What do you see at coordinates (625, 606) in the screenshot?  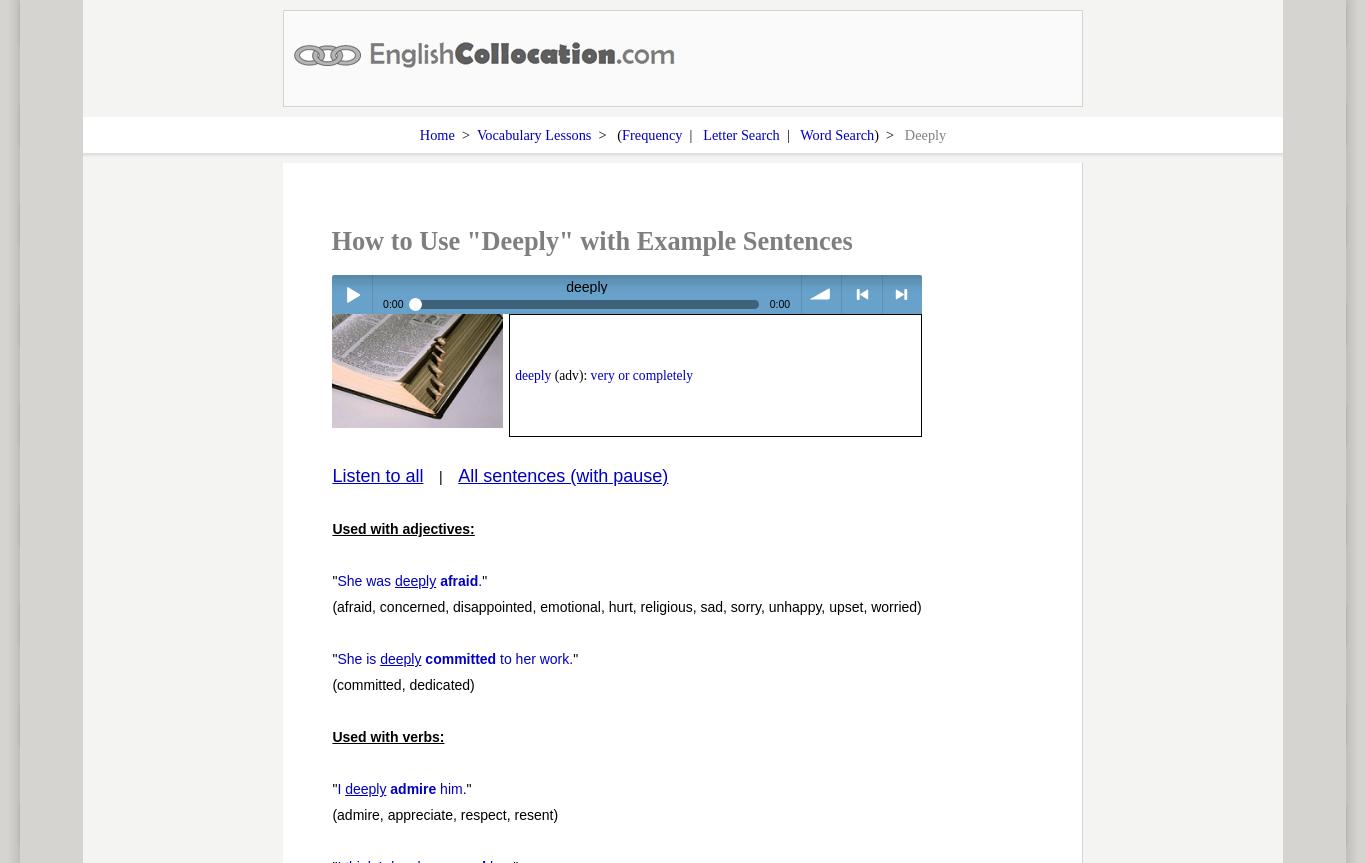 I see `'(afraid, concerned, disappointed, emotional, hurt, religious, sad, sorry, unhappy, upset, worried)'` at bounding box center [625, 606].